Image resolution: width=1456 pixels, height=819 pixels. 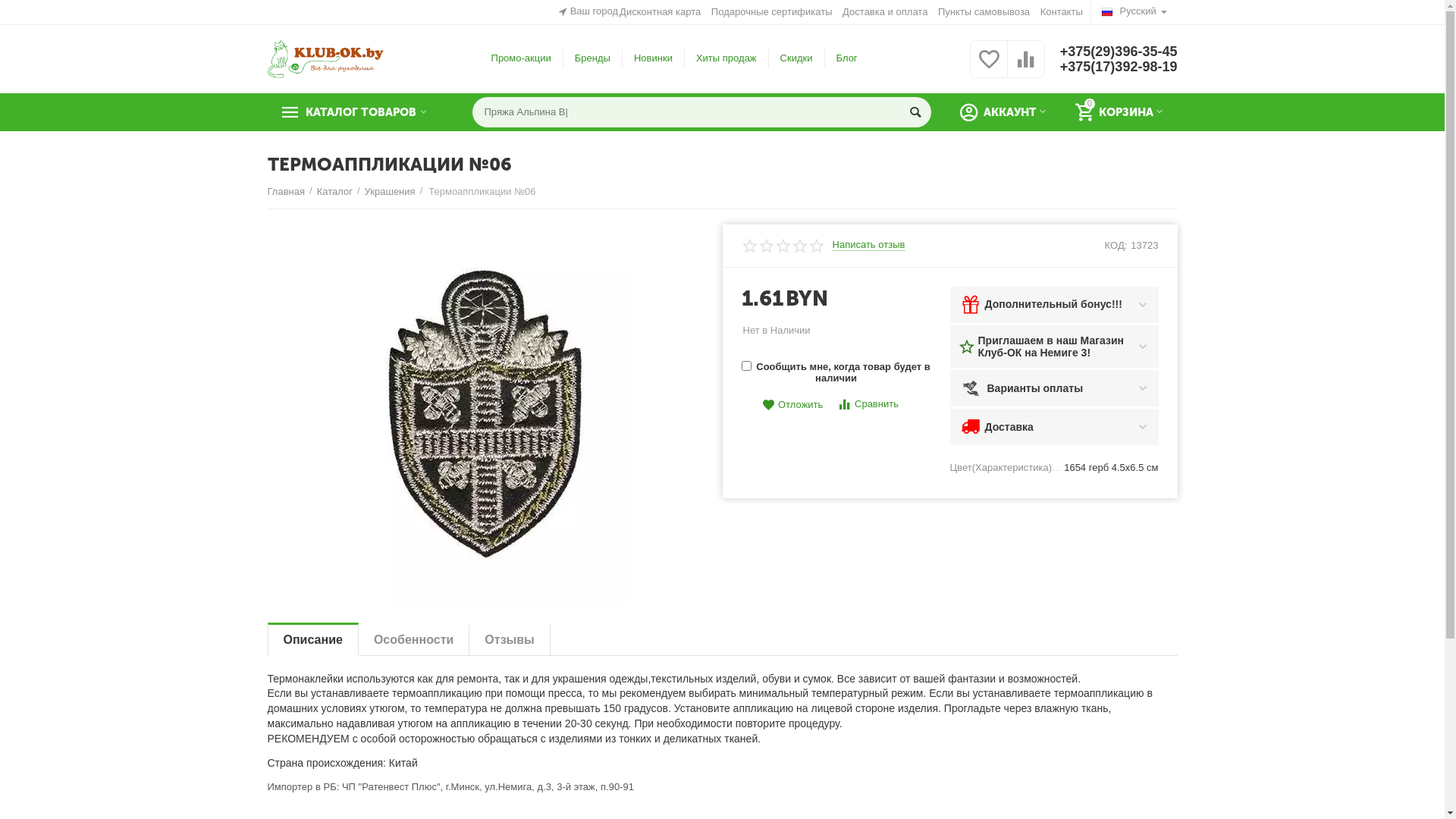 I want to click on 'on', so click(x=746, y=366).